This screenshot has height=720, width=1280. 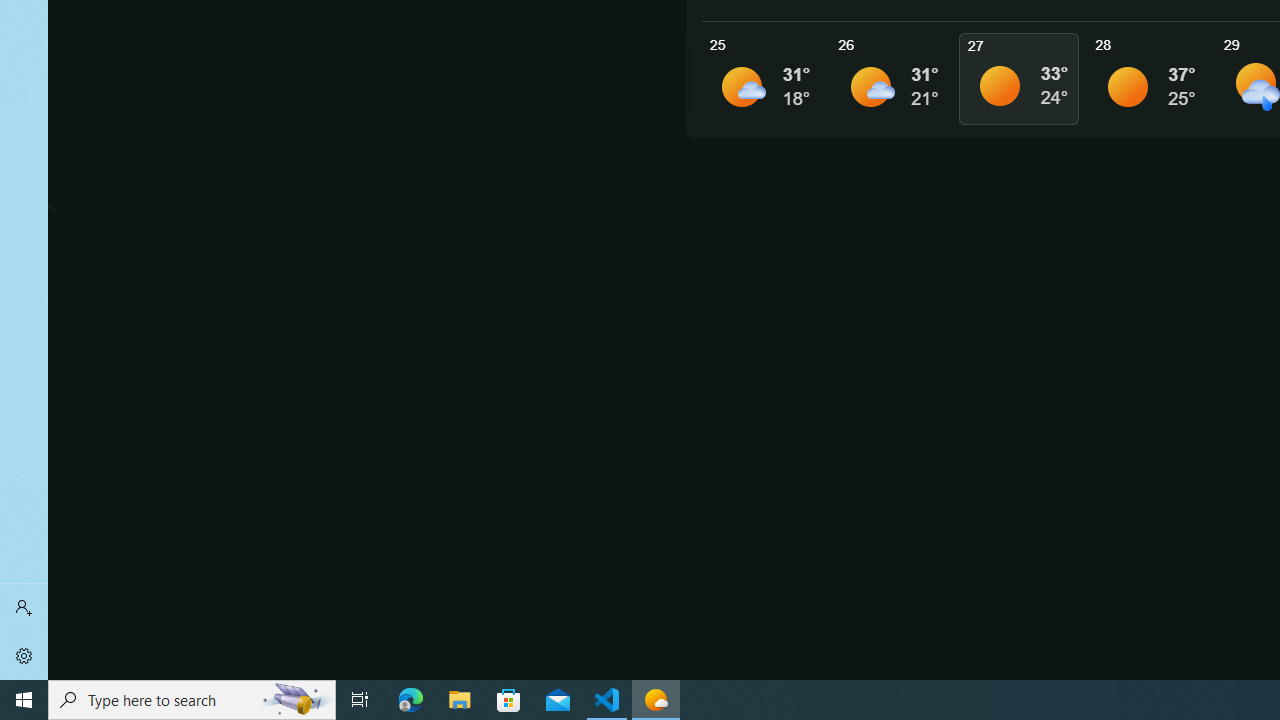 What do you see at coordinates (359, 698) in the screenshot?
I see `'Task View'` at bounding box center [359, 698].